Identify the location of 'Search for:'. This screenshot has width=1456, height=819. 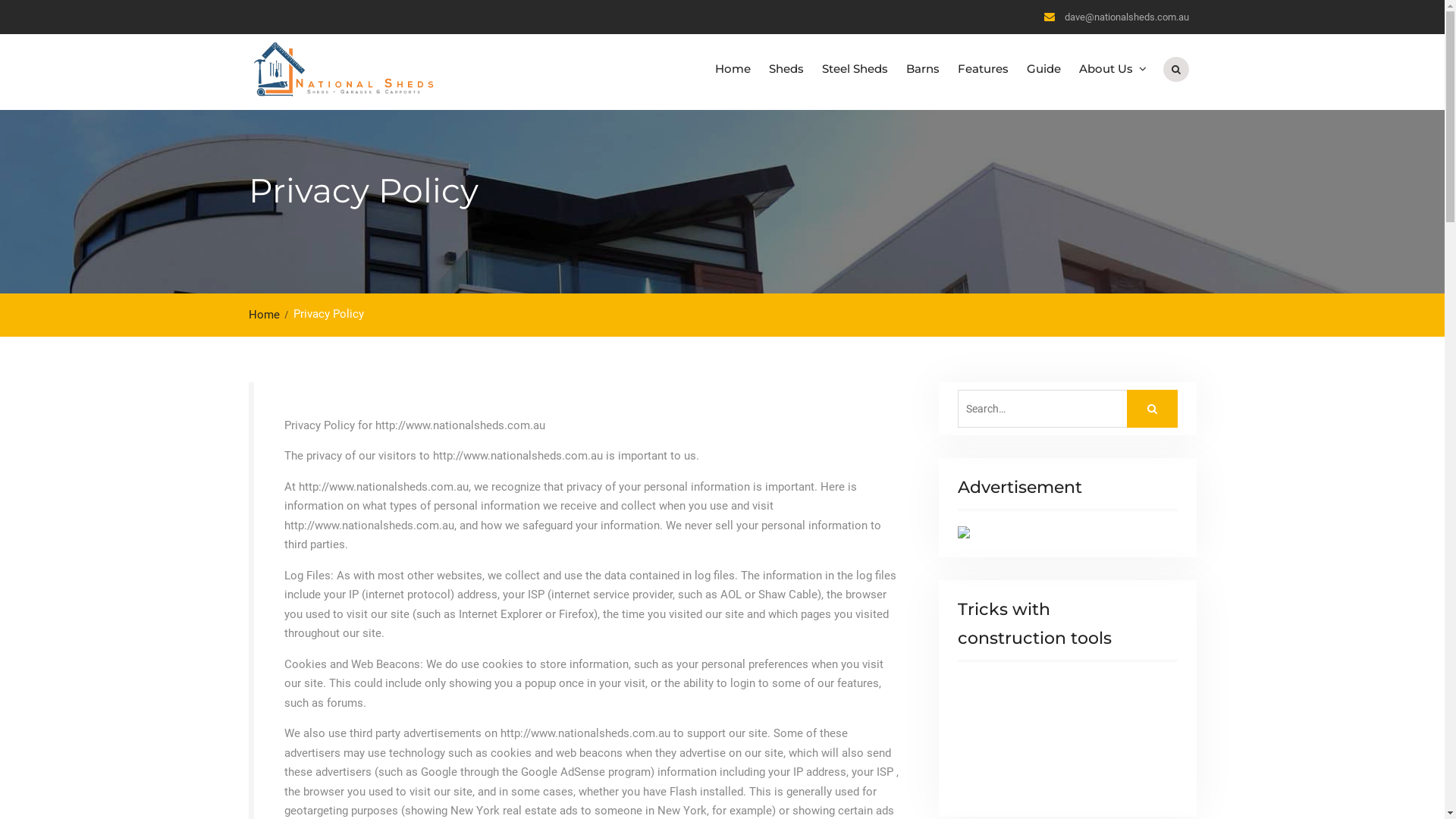
(1065, 408).